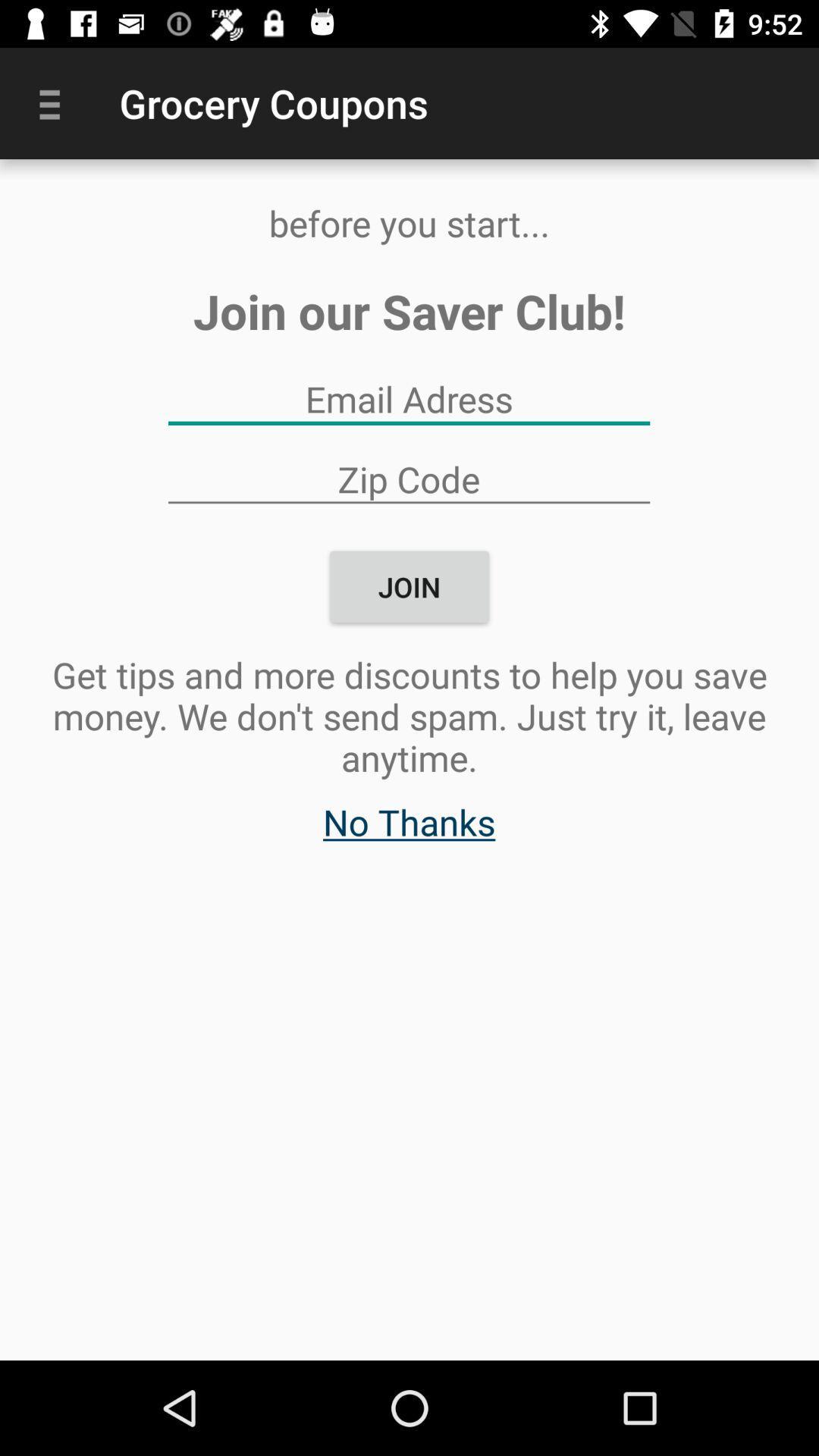  Describe the element at coordinates (408, 399) in the screenshot. I see `email address` at that location.